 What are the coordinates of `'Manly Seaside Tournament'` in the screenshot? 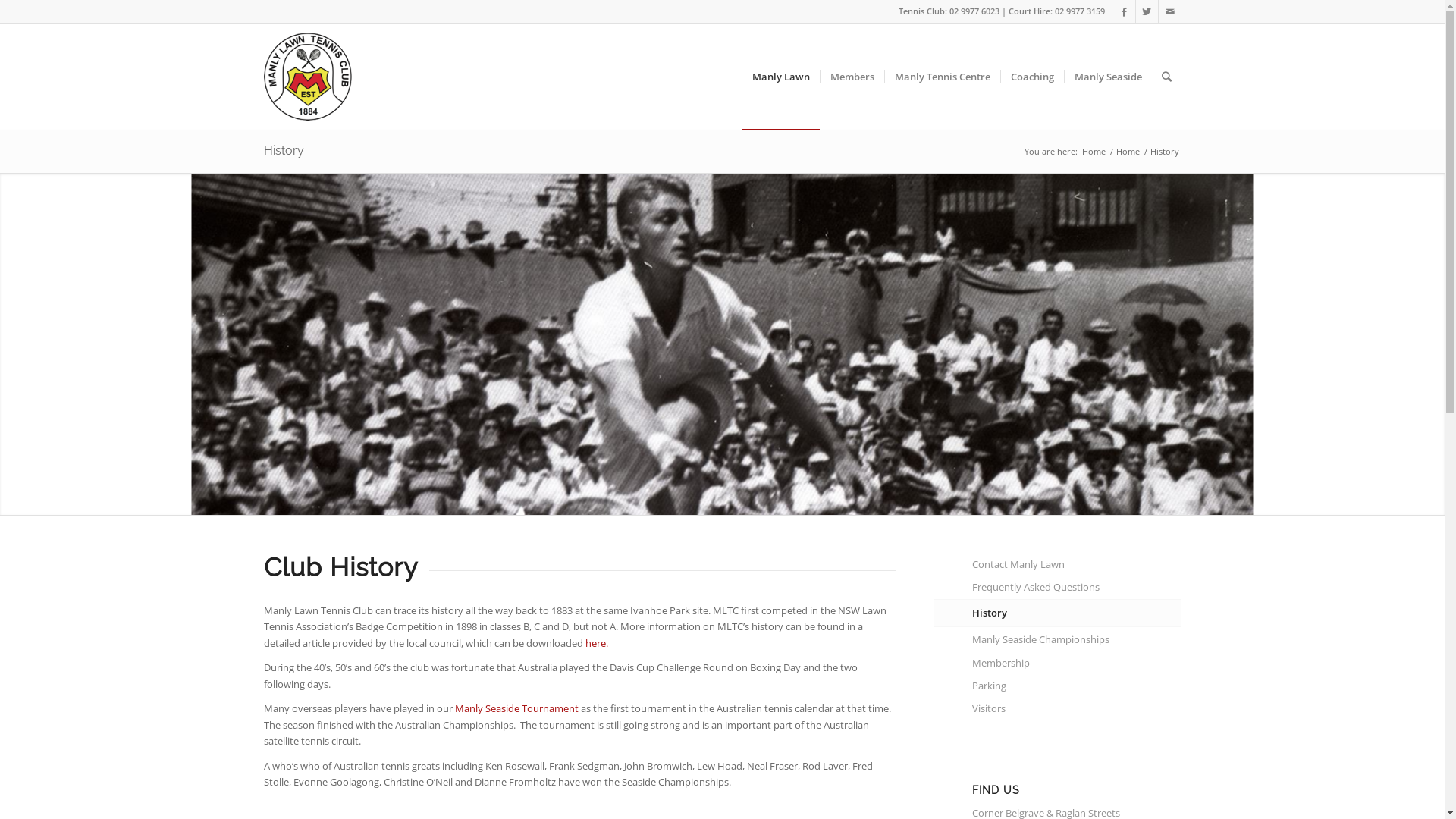 It's located at (516, 708).